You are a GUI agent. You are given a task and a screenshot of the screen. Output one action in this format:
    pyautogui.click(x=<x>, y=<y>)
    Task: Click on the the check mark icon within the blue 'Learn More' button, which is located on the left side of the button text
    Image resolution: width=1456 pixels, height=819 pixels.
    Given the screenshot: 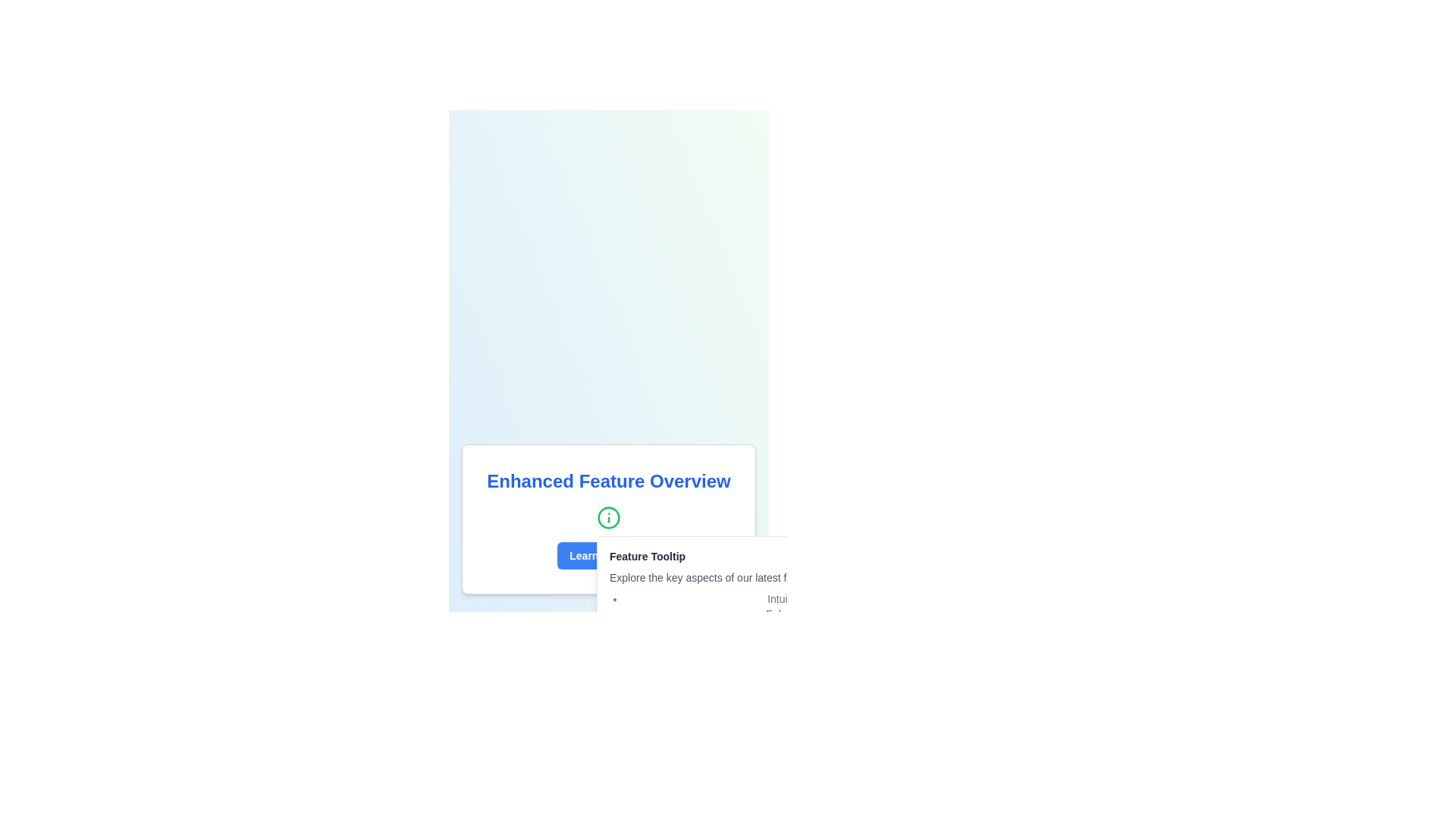 What is the action you would take?
    pyautogui.click(x=640, y=555)
    